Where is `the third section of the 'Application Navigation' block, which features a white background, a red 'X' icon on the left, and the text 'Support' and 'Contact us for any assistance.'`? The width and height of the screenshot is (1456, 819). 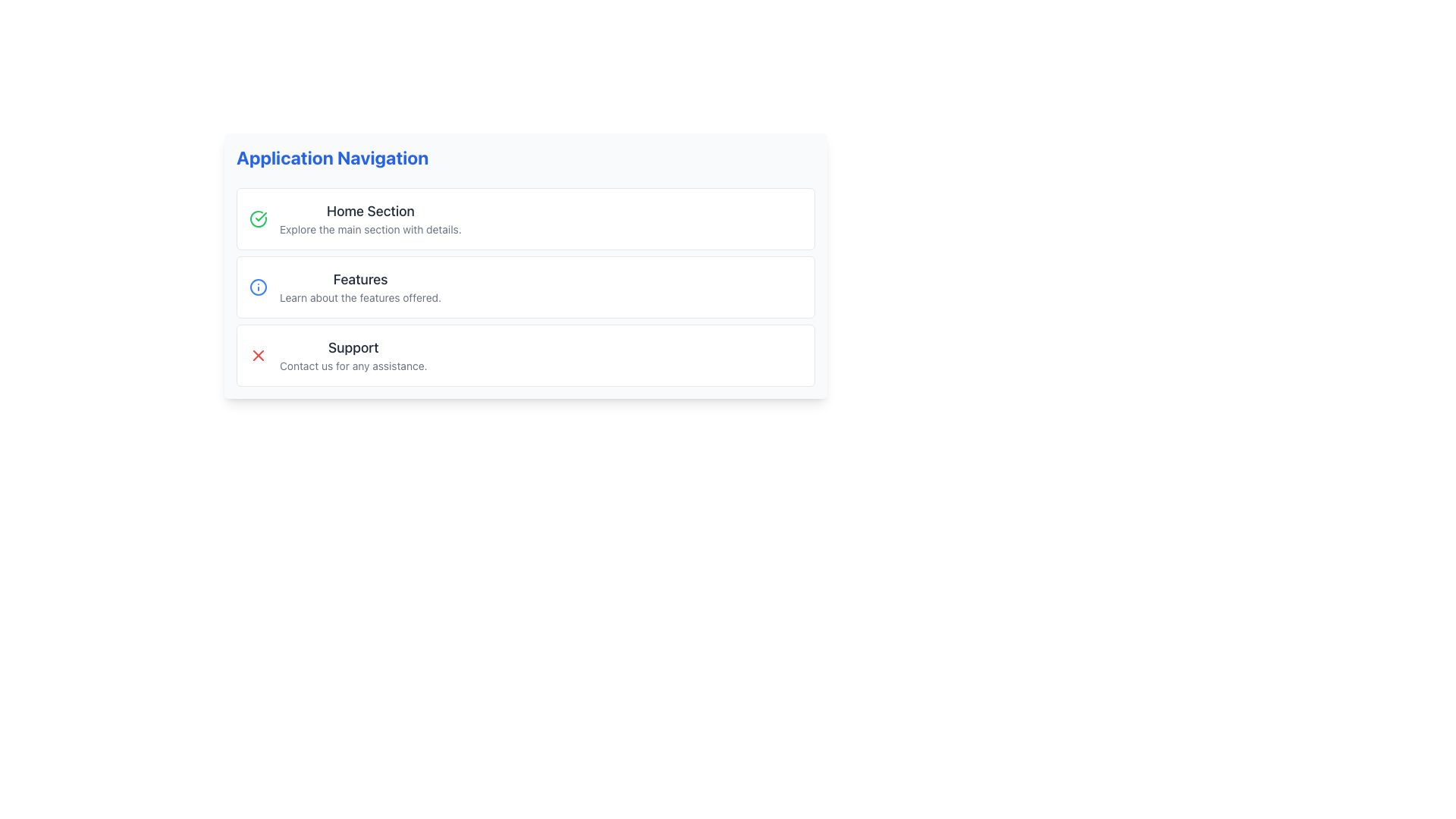 the third section of the 'Application Navigation' block, which features a white background, a red 'X' icon on the left, and the text 'Support' and 'Contact us for any assistance.' is located at coordinates (526, 356).